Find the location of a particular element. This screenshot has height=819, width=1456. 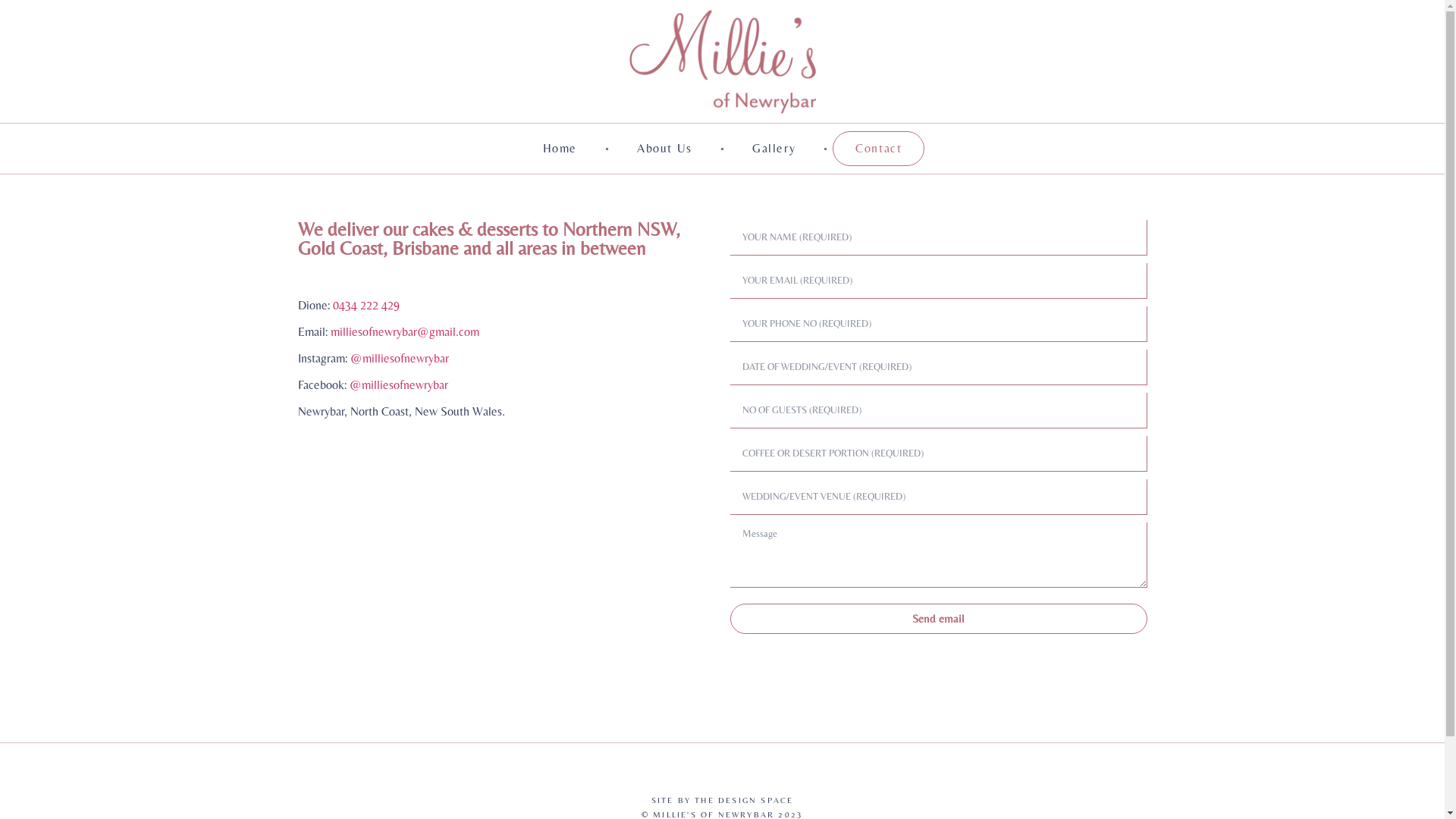

'About Us' is located at coordinates (664, 149).